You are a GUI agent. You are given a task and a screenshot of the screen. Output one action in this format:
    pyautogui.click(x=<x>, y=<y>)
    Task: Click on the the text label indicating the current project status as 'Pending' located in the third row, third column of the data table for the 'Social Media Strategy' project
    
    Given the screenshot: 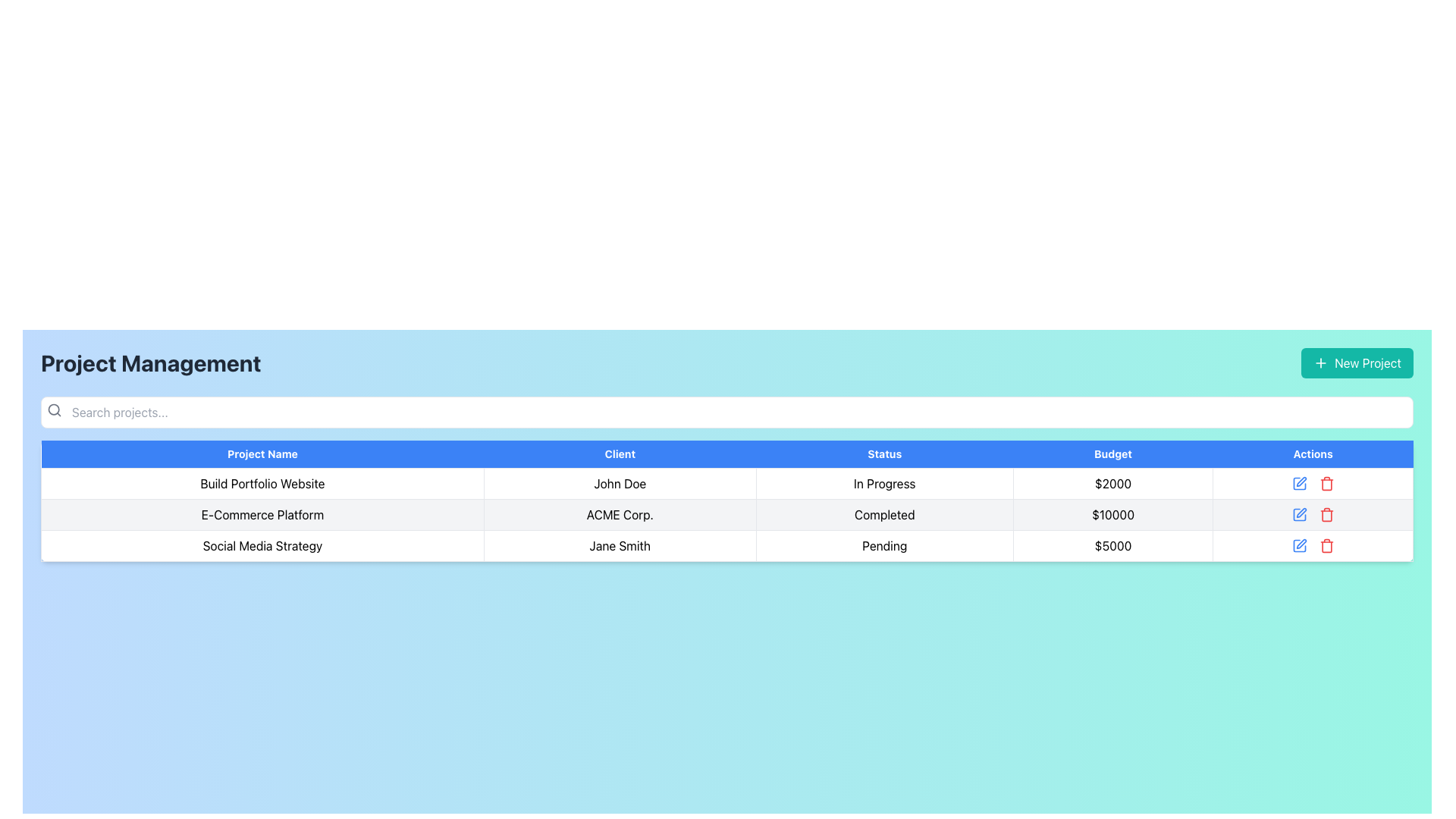 What is the action you would take?
    pyautogui.click(x=884, y=546)
    